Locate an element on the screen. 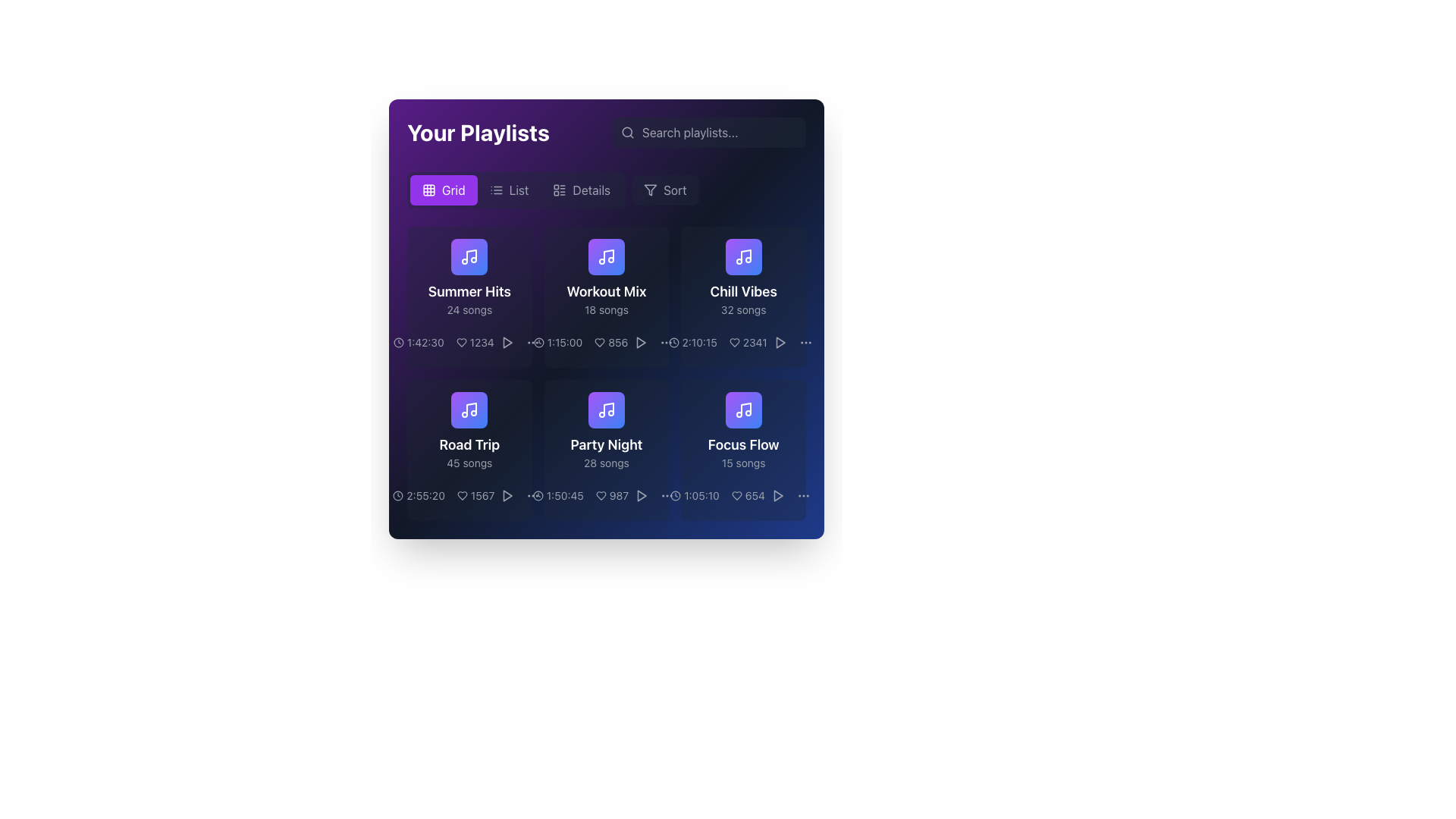 This screenshot has height=819, width=1456. the text label representing the playlist titled 'Summer Hits' located in the first column of the grid layout under 'Your Playlists' to focus or select it is located at coordinates (469, 299).